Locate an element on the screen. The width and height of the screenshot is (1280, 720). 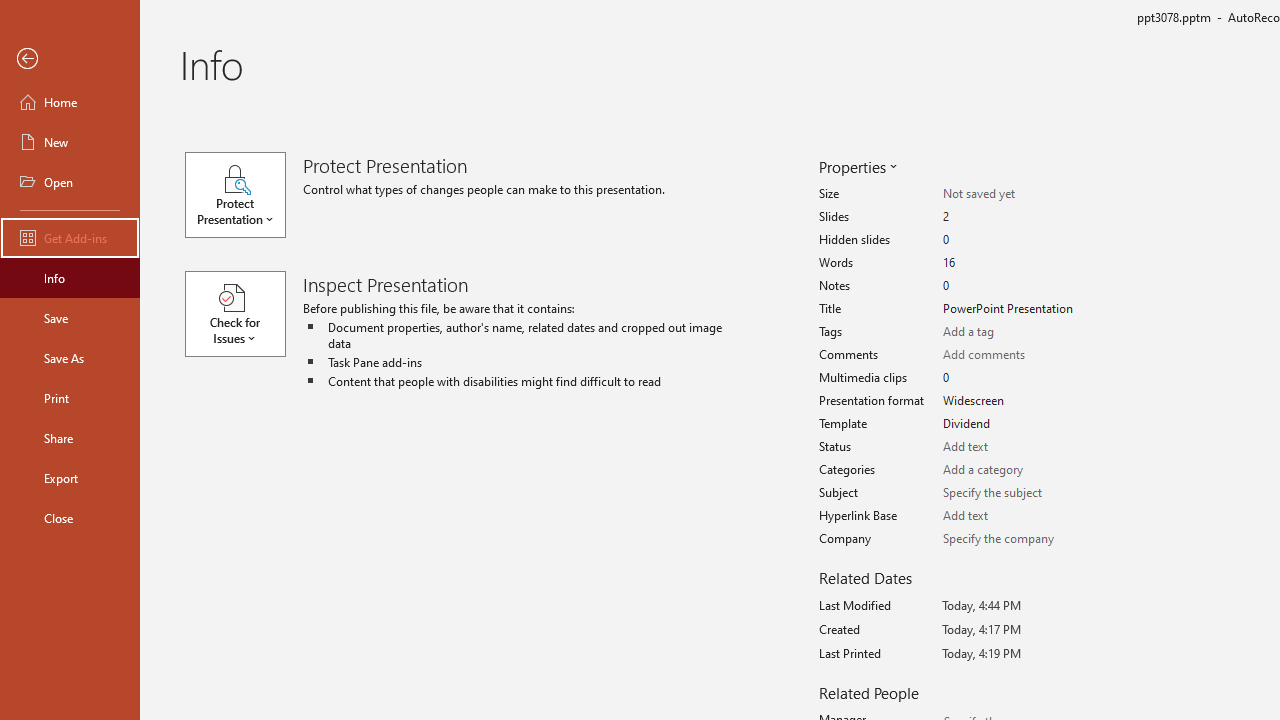
'Subject' is located at coordinates (1012, 493).